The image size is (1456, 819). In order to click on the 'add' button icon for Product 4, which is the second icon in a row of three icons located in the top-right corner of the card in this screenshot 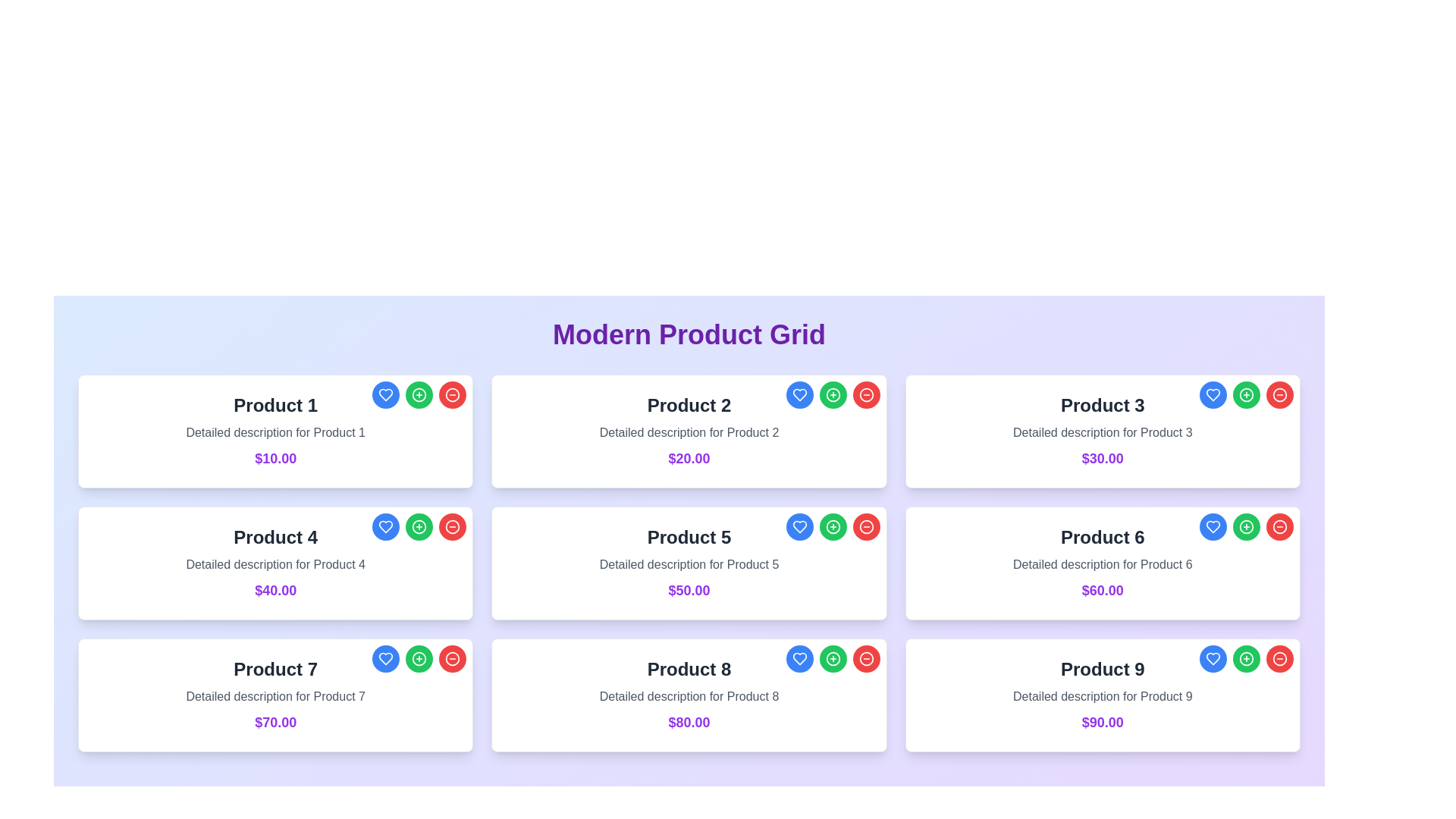, I will do `click(419, 526)`.